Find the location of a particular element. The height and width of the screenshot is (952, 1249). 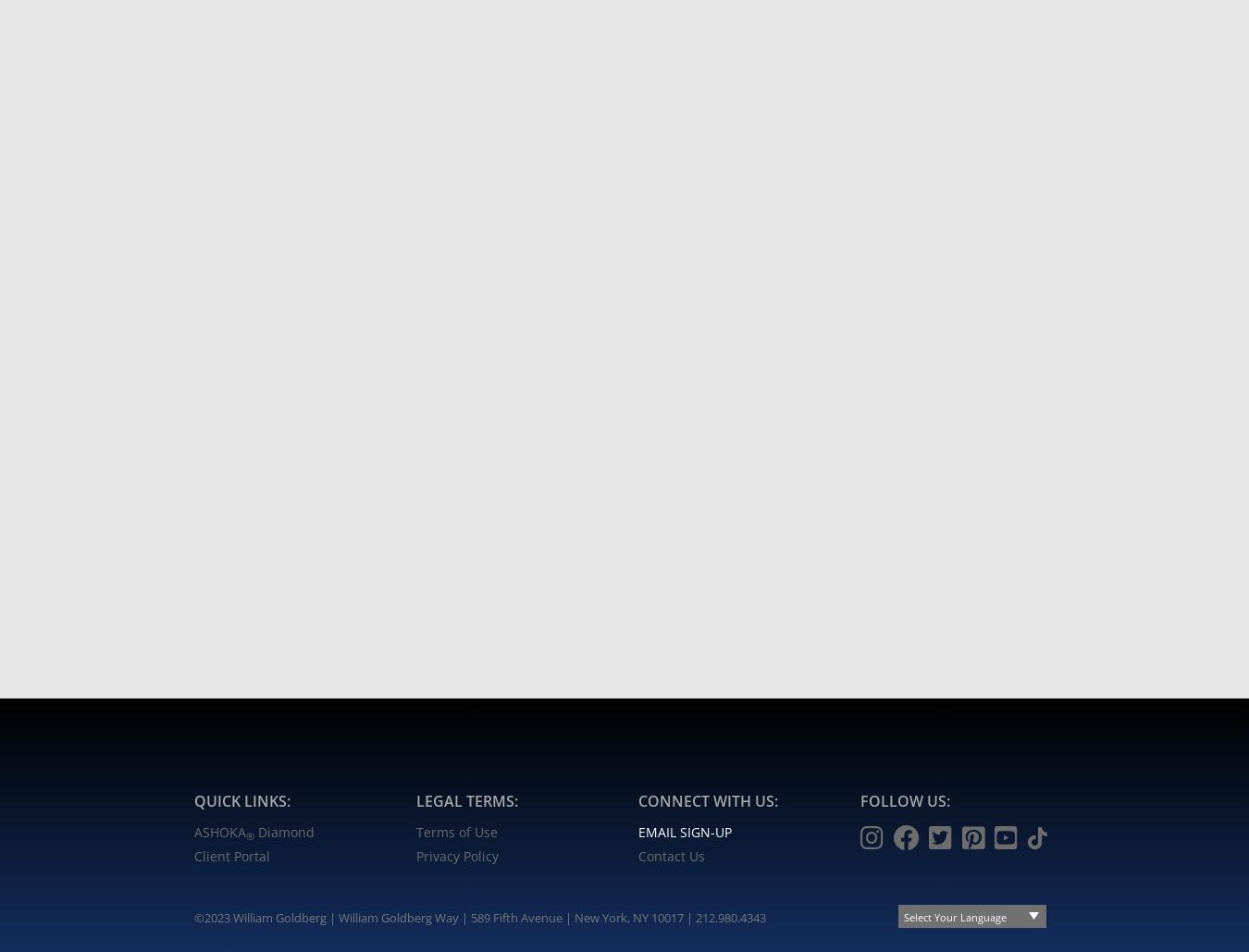

'QUICK LINKS:' is located at coordinates (241, 798).